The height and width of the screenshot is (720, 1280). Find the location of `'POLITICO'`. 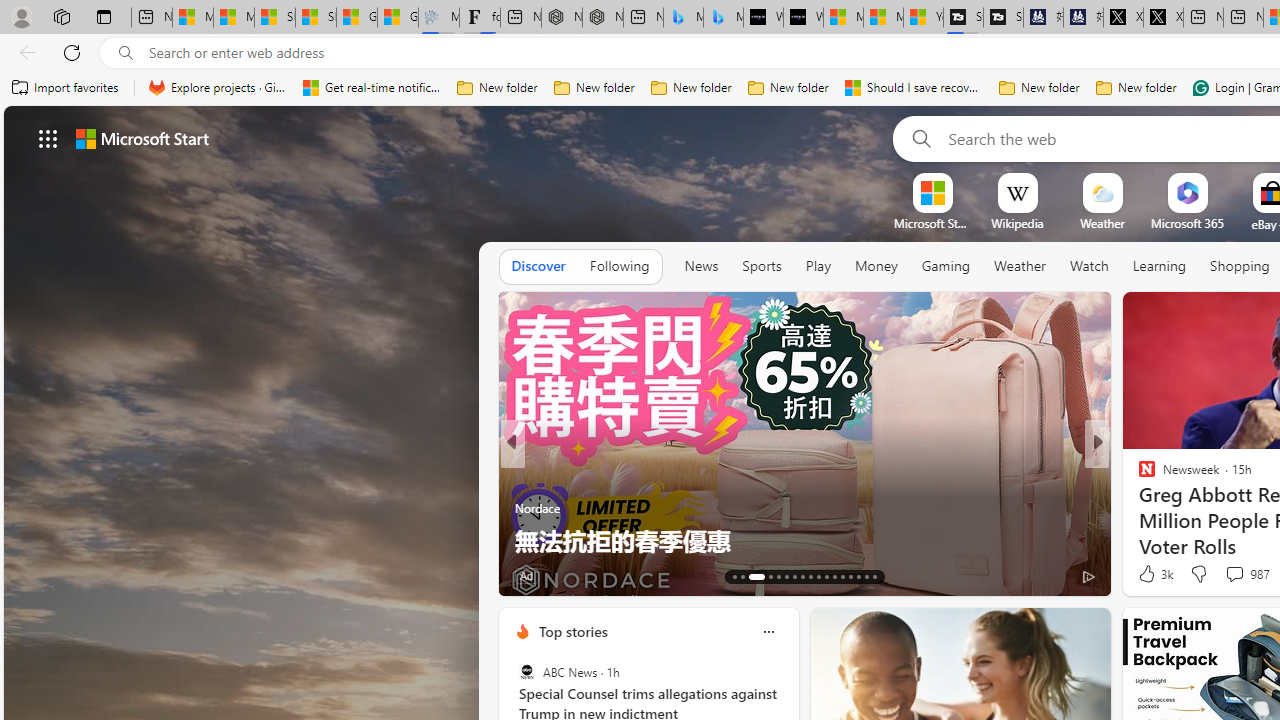

'POLITICO' is located at coordinates (1138, 475).